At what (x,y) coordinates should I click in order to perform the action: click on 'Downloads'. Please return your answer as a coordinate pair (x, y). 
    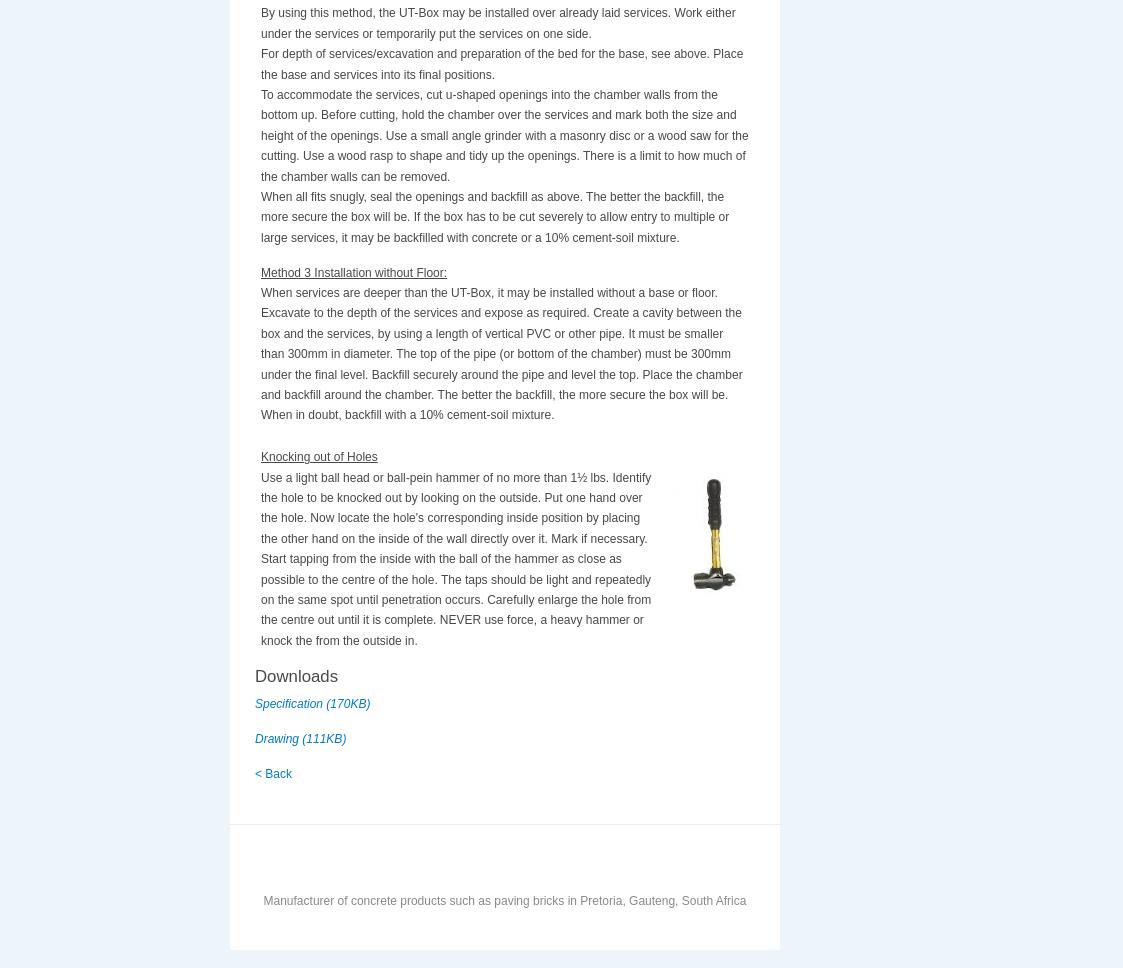
    Looking at the image, I should click on (255, 675).